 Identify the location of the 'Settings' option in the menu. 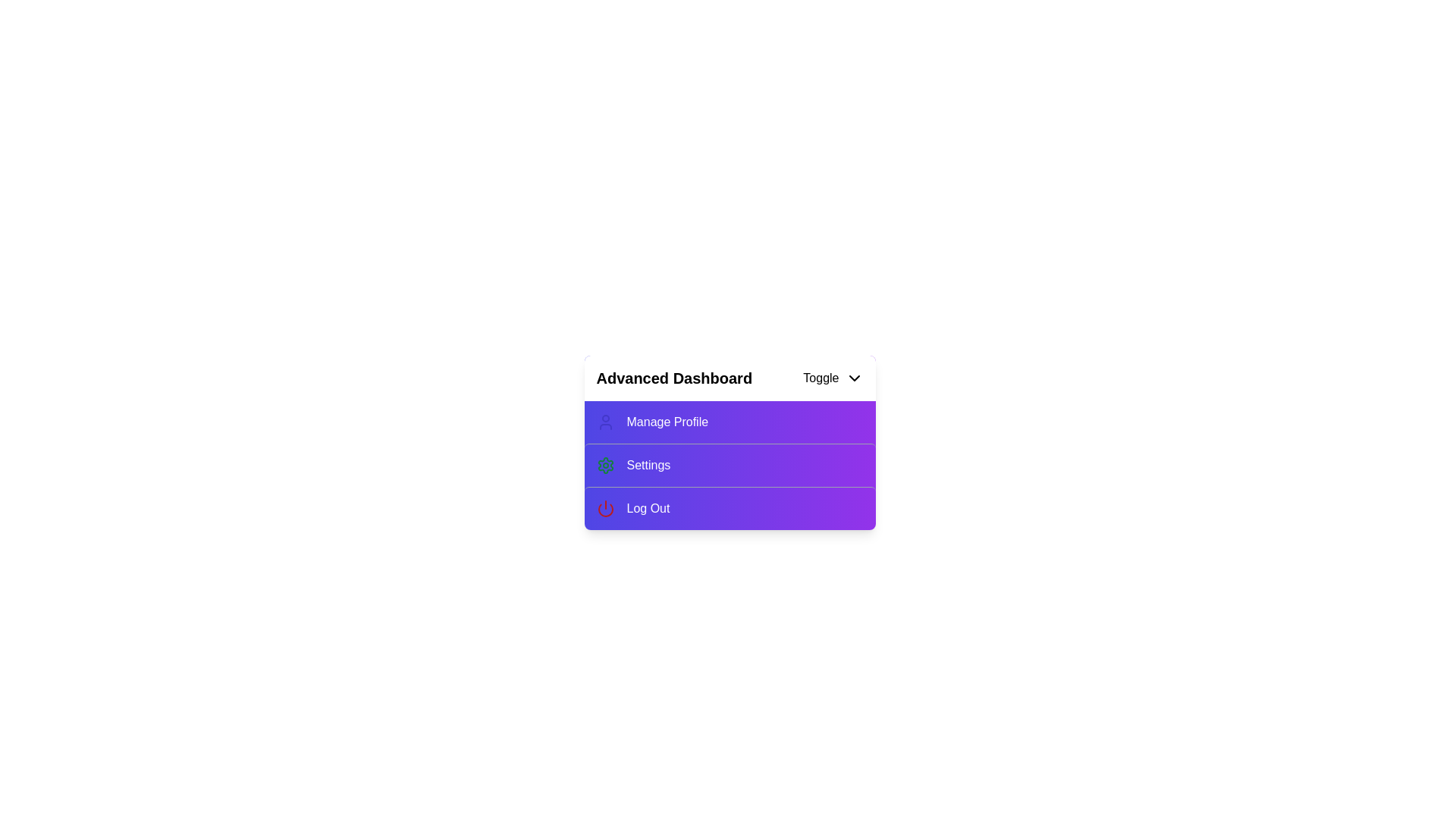
(730, 464).